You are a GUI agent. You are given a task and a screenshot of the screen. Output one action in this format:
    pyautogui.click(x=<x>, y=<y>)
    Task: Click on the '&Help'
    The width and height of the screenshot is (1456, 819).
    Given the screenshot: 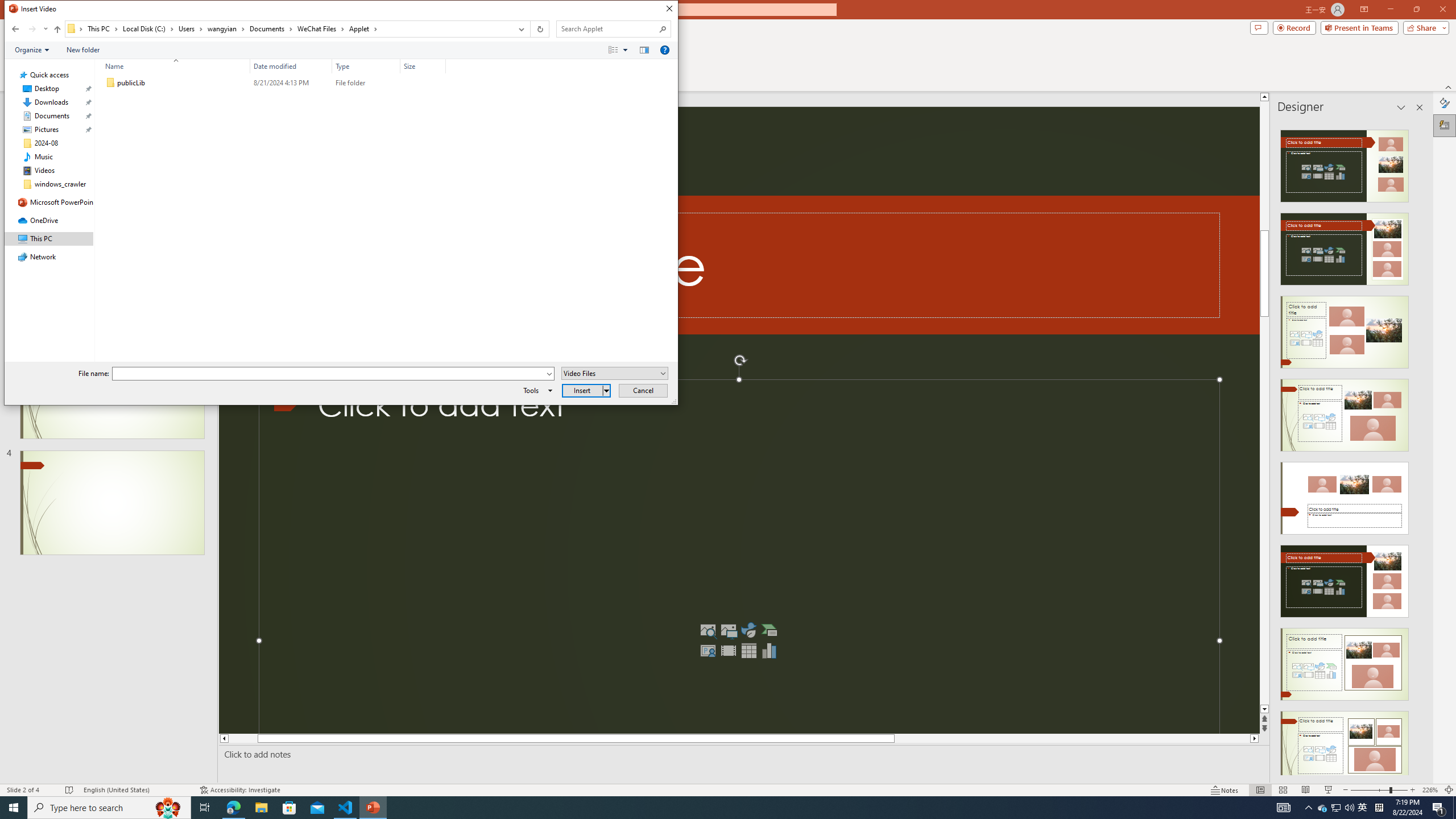 What is the action you would take?
    pyautogui.click(x=664, y=49)
    